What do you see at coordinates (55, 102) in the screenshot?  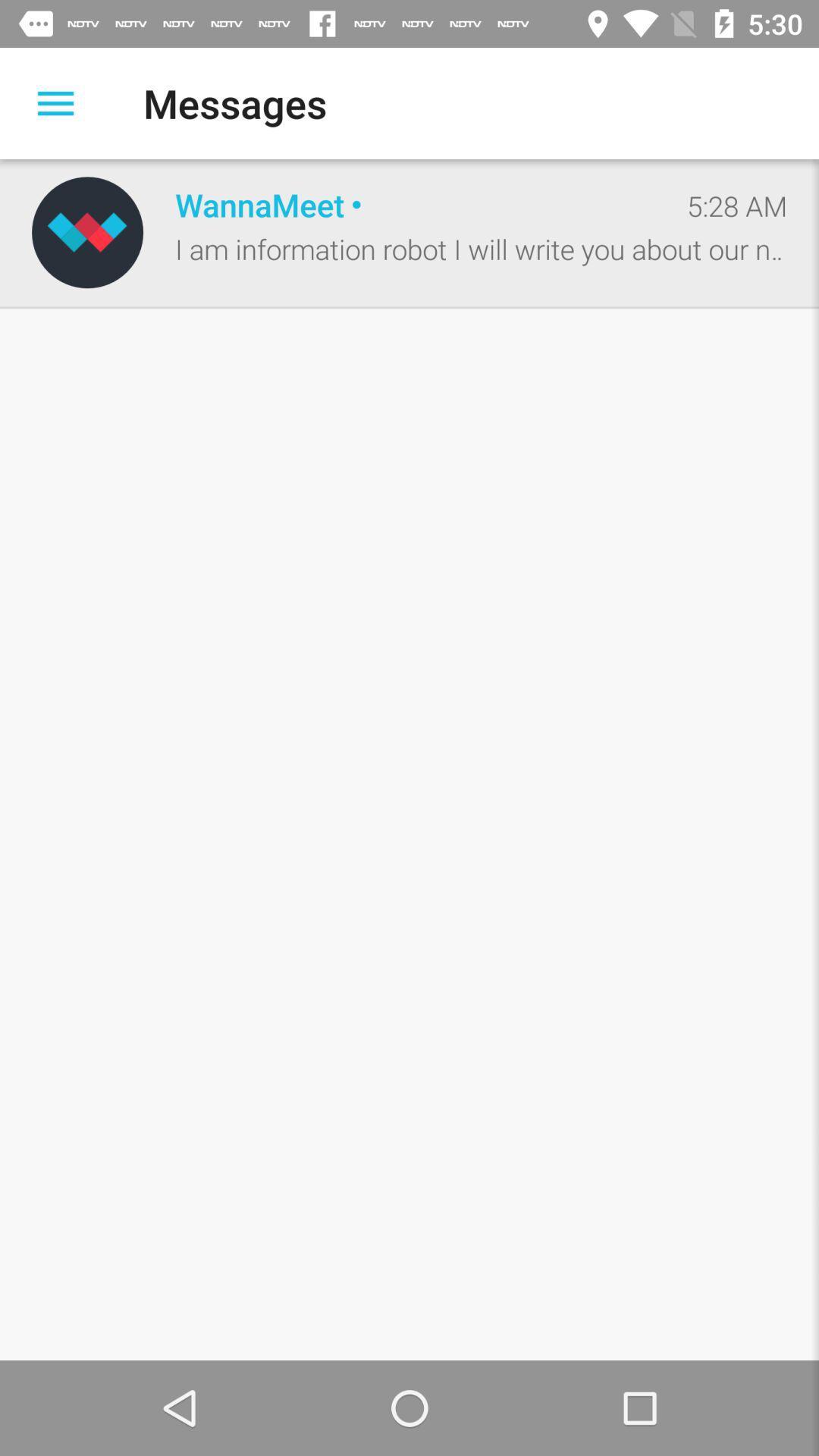 I see `open a list of options` at bounding box center [55, 102].